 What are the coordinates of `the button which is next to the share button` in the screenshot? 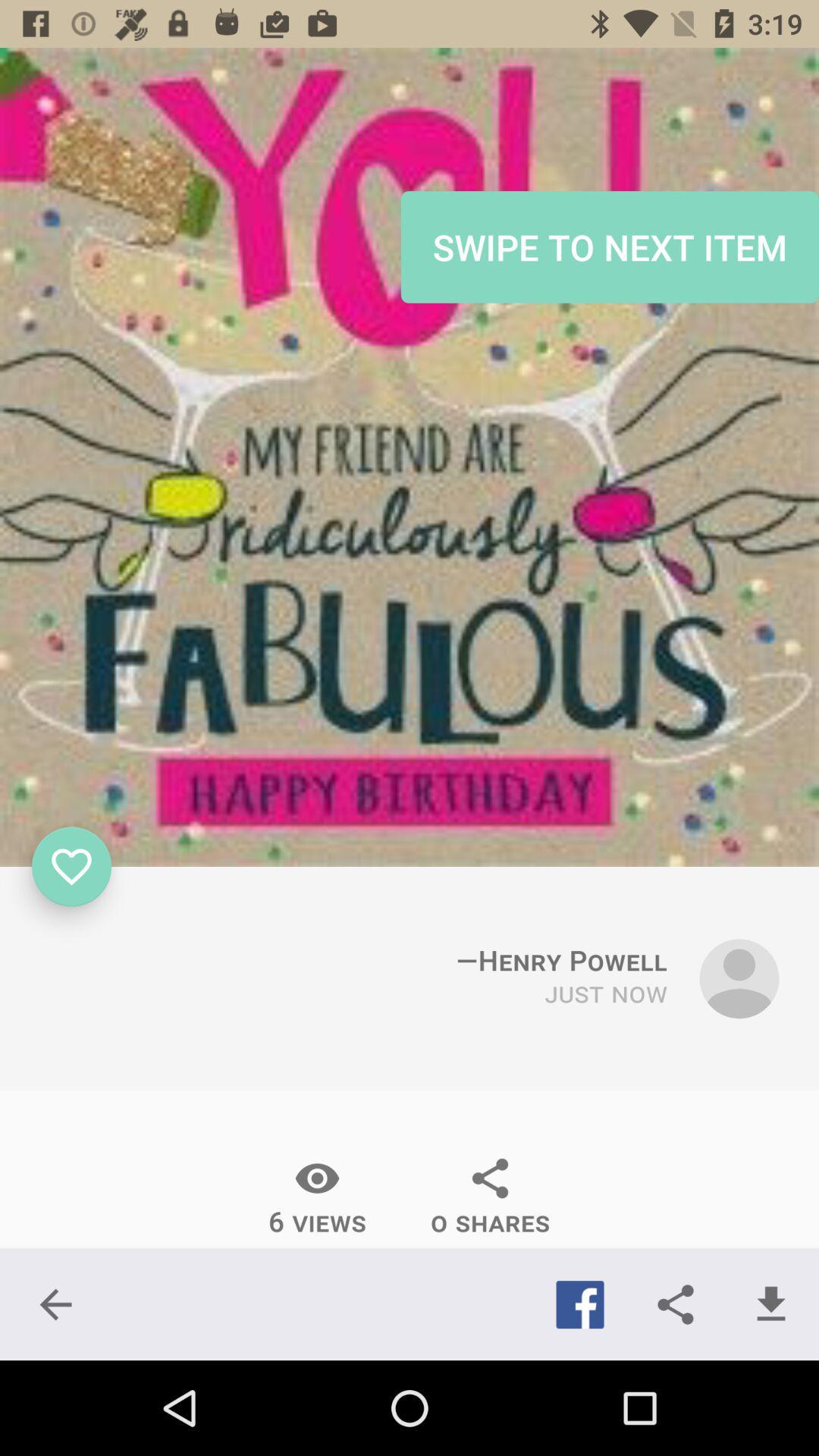 It's located at (771, 1304).